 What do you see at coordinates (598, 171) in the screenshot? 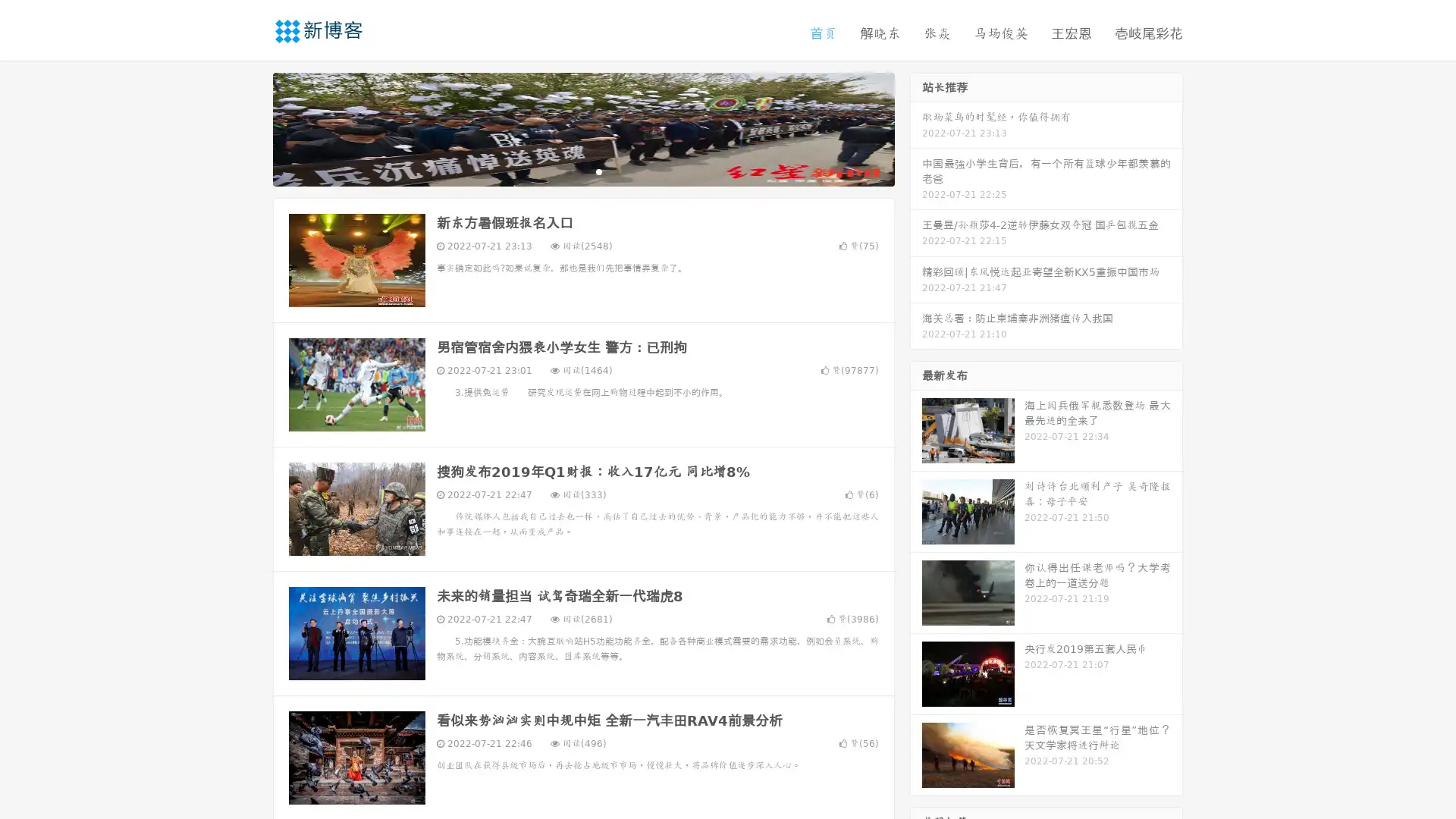
I see `Go to slide 3` at bounding box center [598, 171].